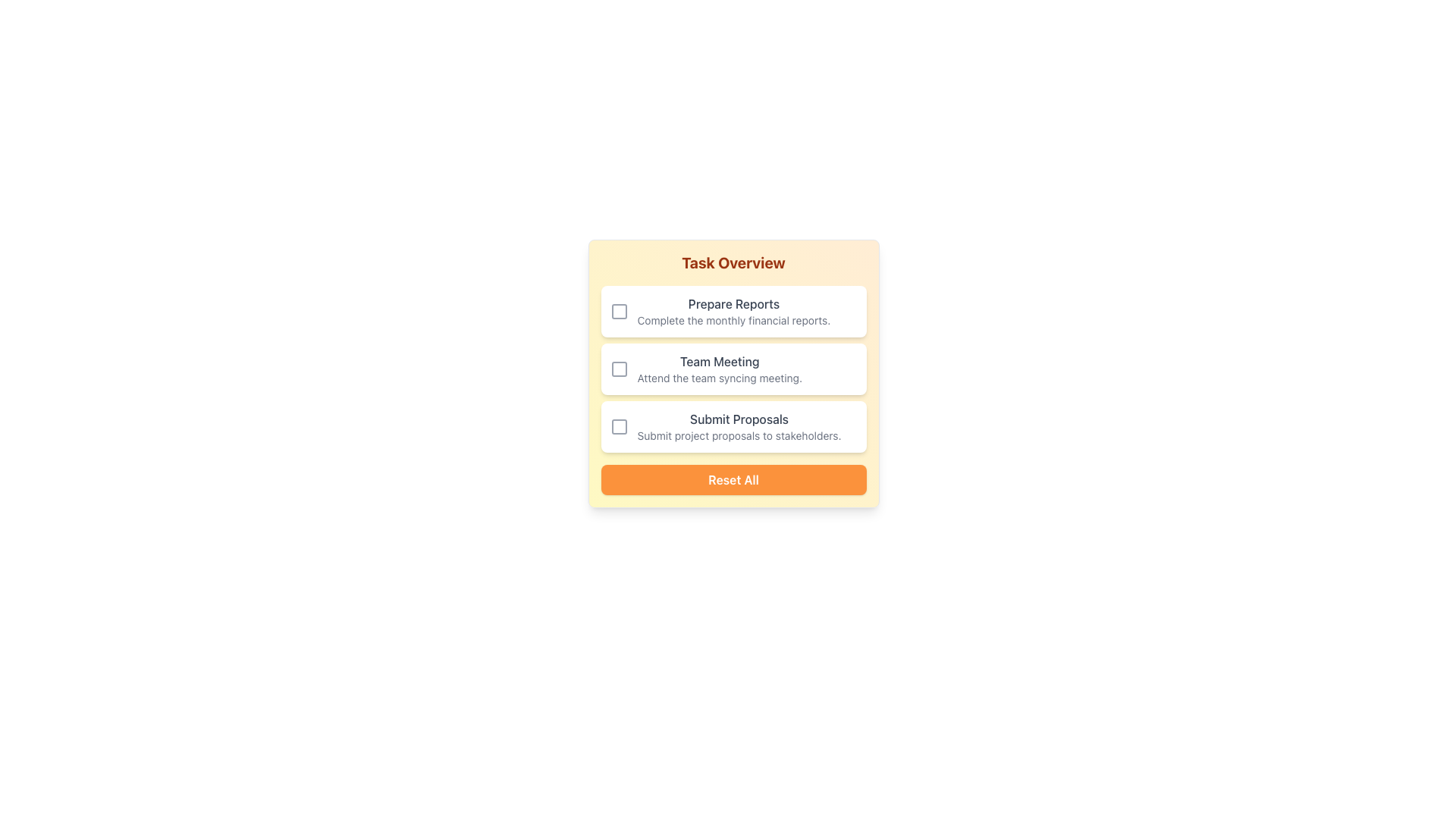 The image size is (1456, 819). What do you see at coordinates (619, 311) in the screenshot?
I see `the status icon located to the left of the 'Prepare Reports' text in the task card within the 'Task Overview' section to interact or mark the task` at bounding box center [619, 311].